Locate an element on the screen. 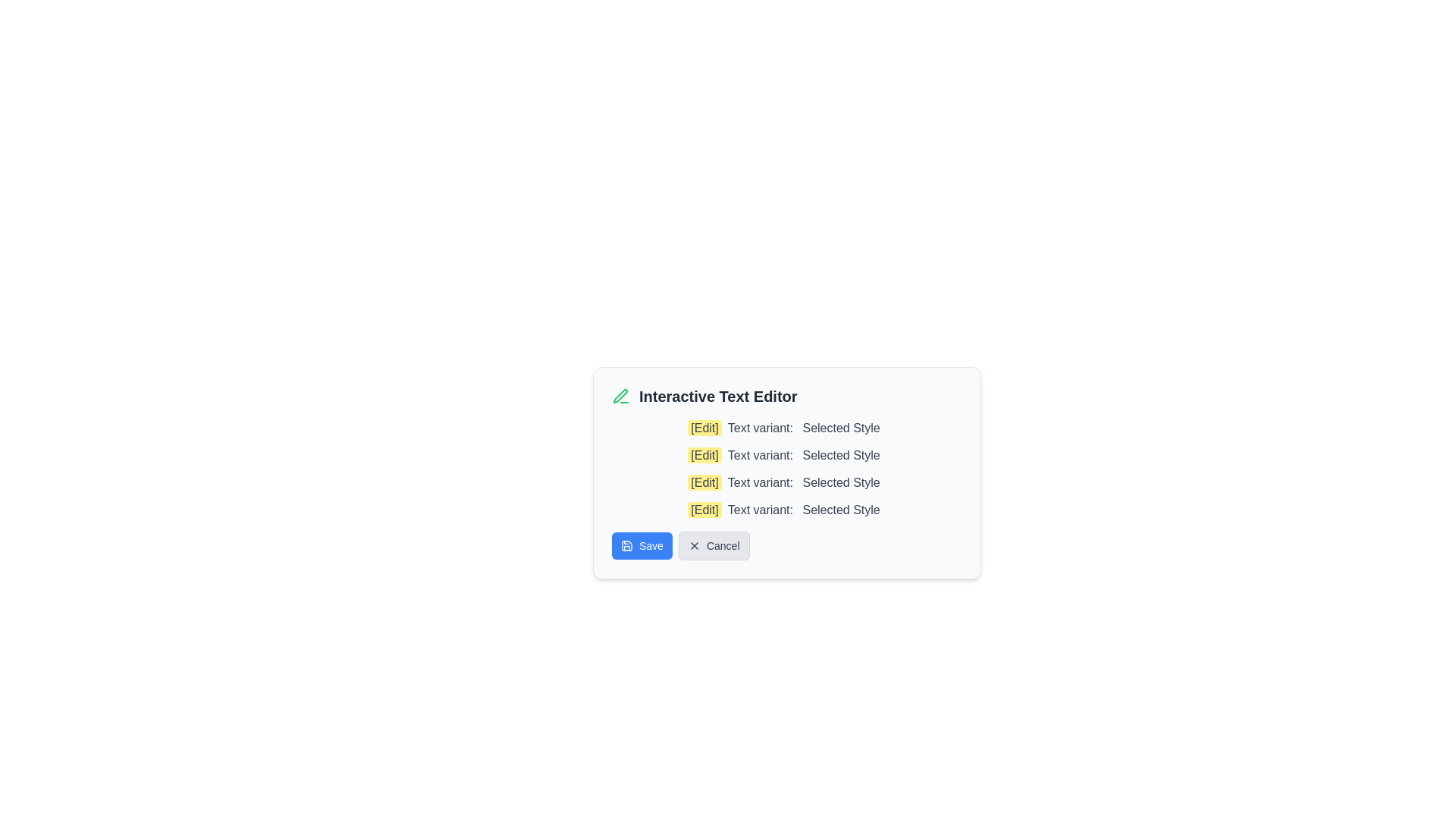 Image resolution: width=1456 pixels, height=819 pixels. the '[Edit]' button with a yellow background and rounded corners is located at coordinates (704, 510).